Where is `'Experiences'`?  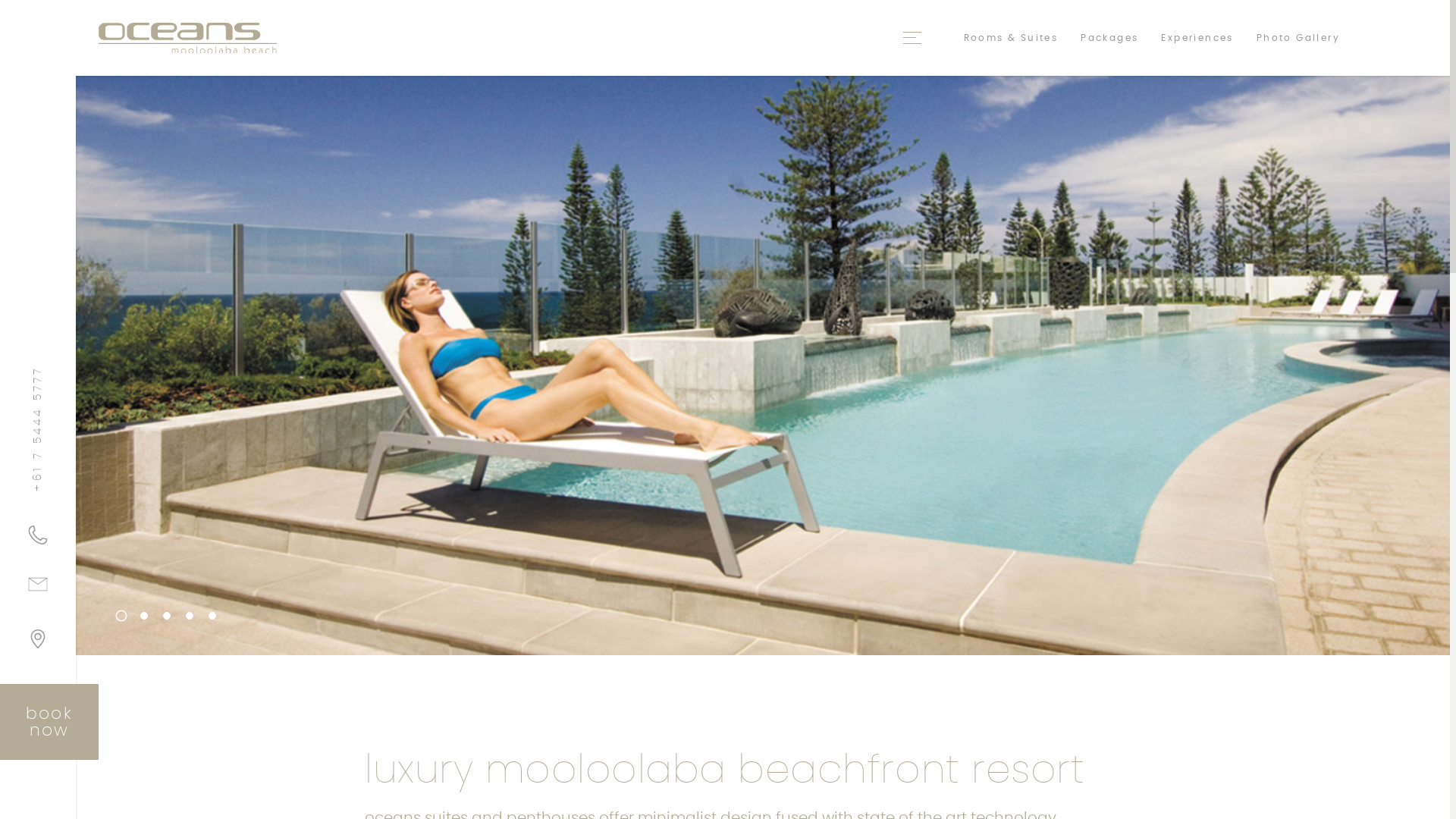 'Experiences' is located at coordinates (1196, 37).